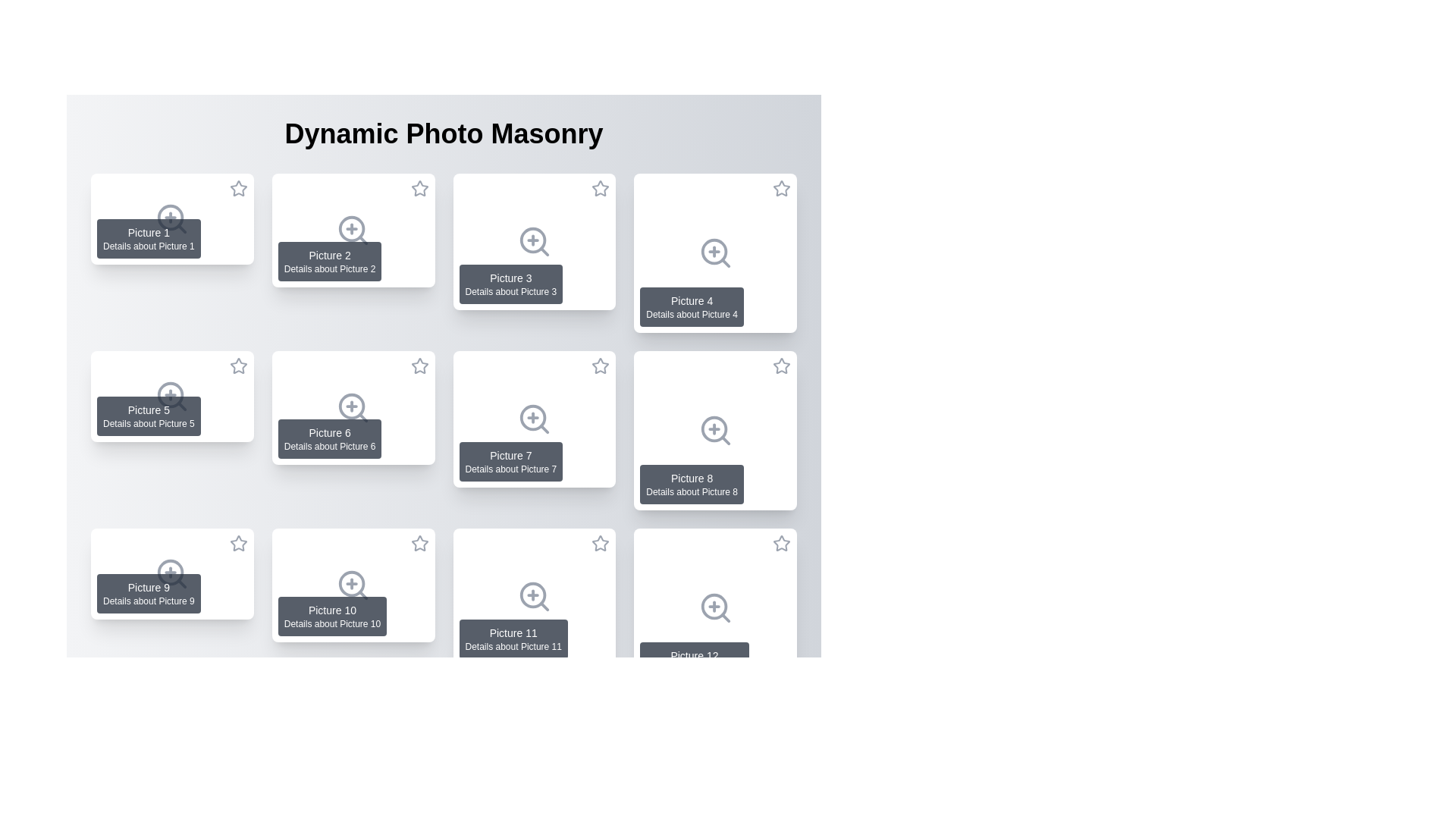 The height and width of the screenshot is (819, 1456). I want to click on the circular icon button with a magnifying glass and plus symbol, located at the center of the lower left content card for 'Picture 9', so click(172, 573).